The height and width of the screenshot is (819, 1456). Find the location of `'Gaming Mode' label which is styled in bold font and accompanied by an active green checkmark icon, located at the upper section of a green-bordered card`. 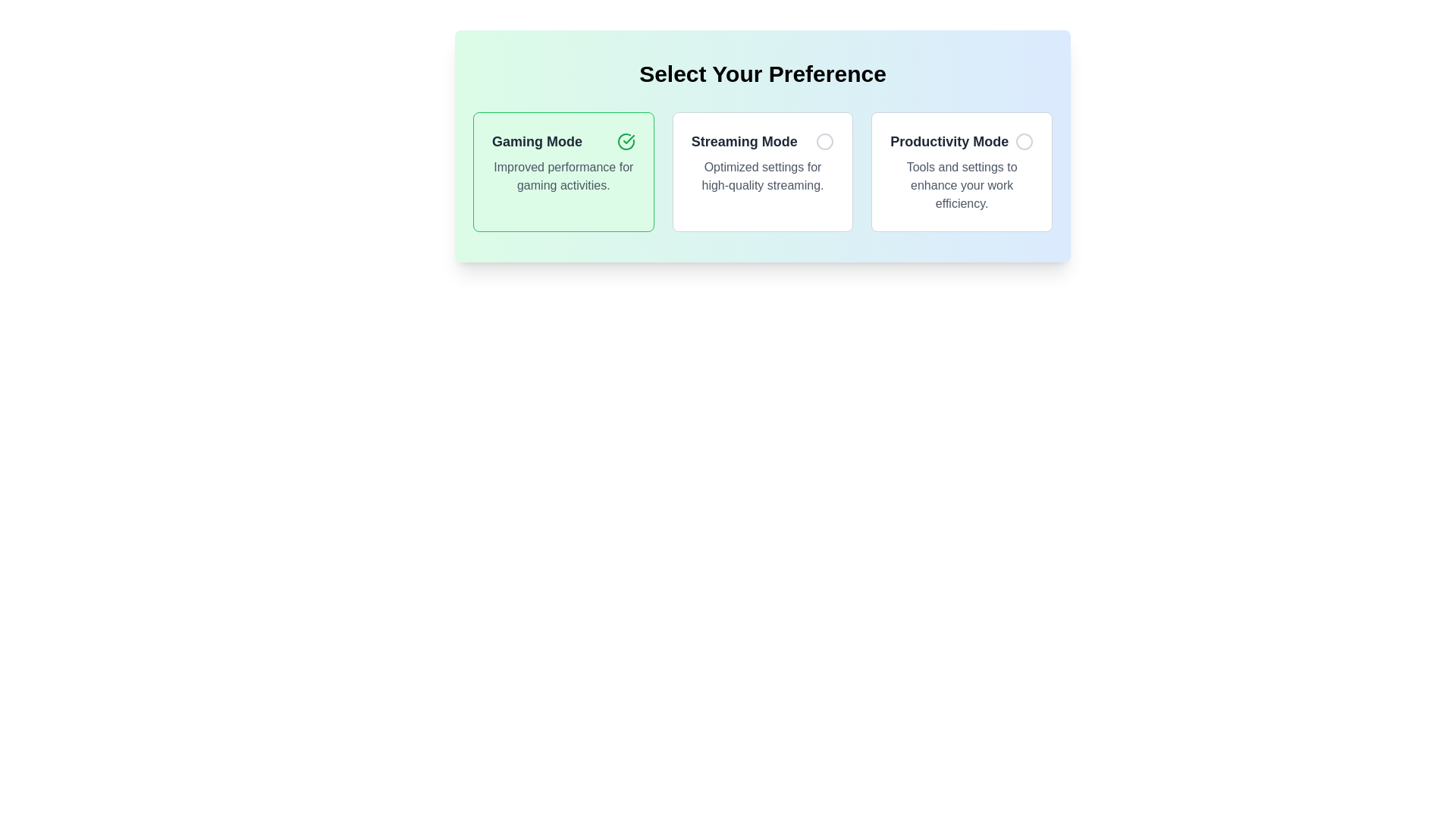

'Gaming Mode' label which is styled in bold font and accompanied by an active green checkmark icon, located at the upper section of a green-bordered card is located at coordinates (563, 141).